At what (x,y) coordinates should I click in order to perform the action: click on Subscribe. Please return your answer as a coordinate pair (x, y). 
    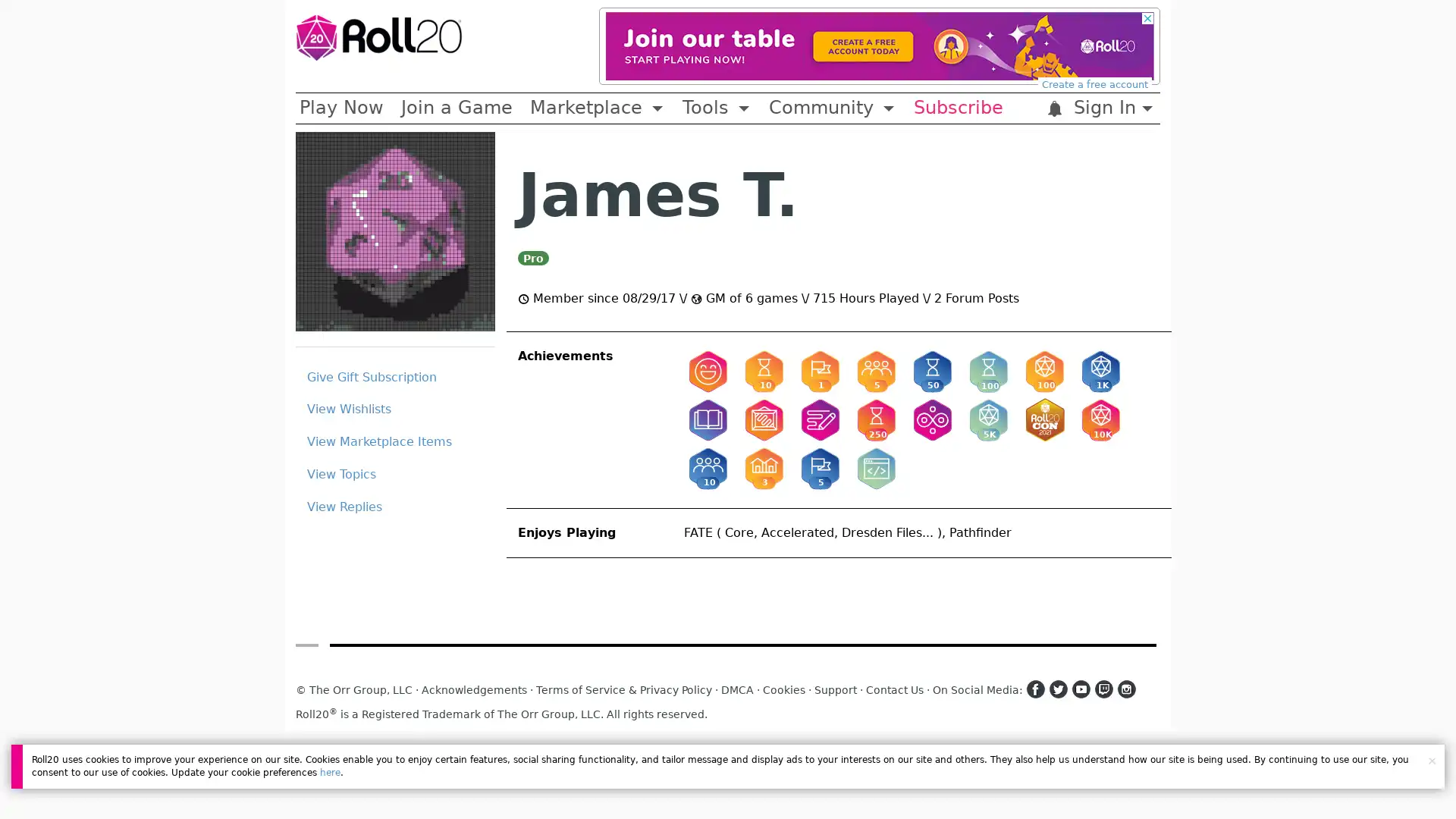
    Looking at the image, I should click on (957, 107).